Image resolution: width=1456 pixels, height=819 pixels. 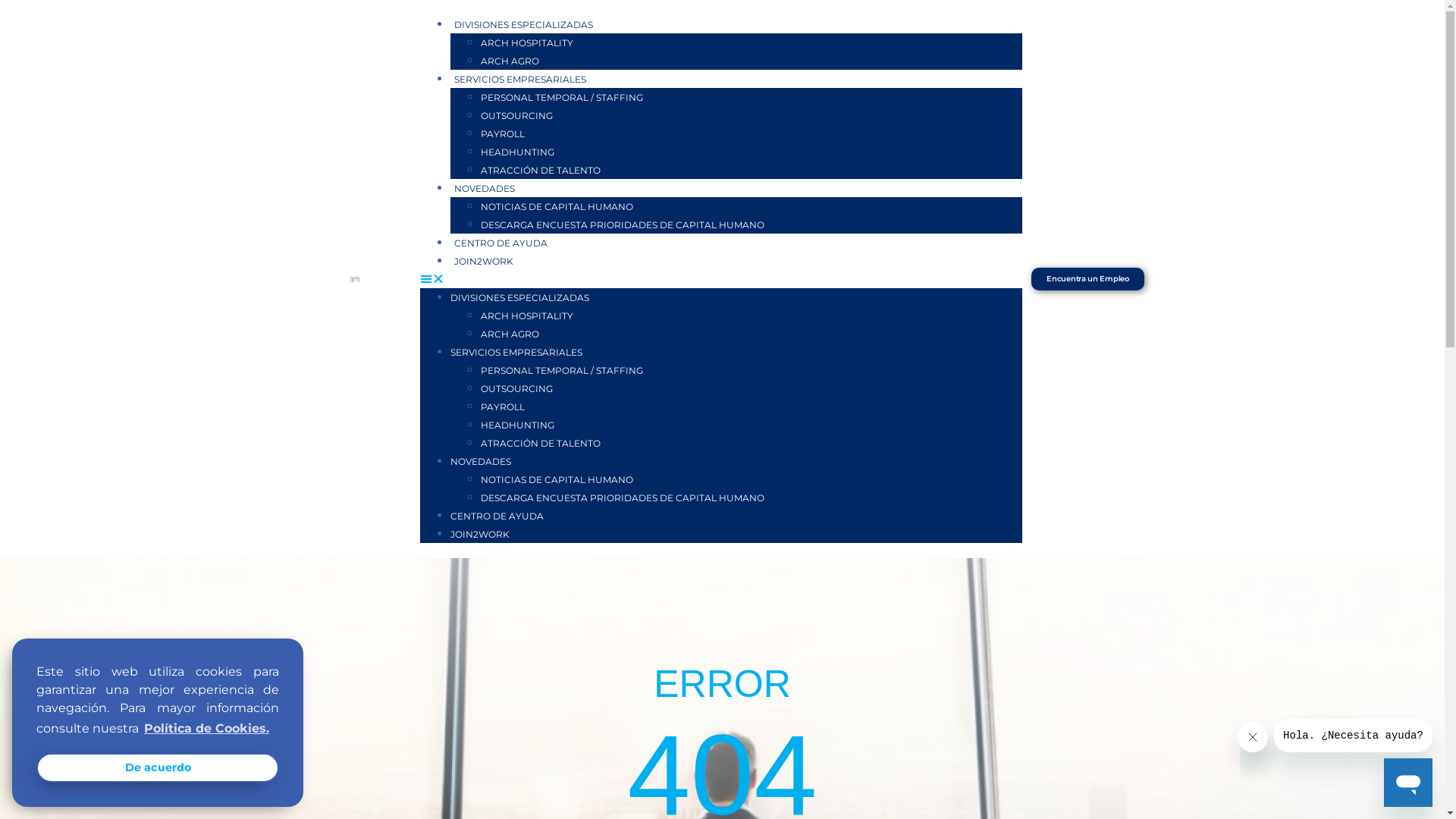 What do you see at coordinates (560, 370) in the screenshot?
I see `'PERSONAL TEMPORAL / STAFFING'` at bounding box center [560, 370].